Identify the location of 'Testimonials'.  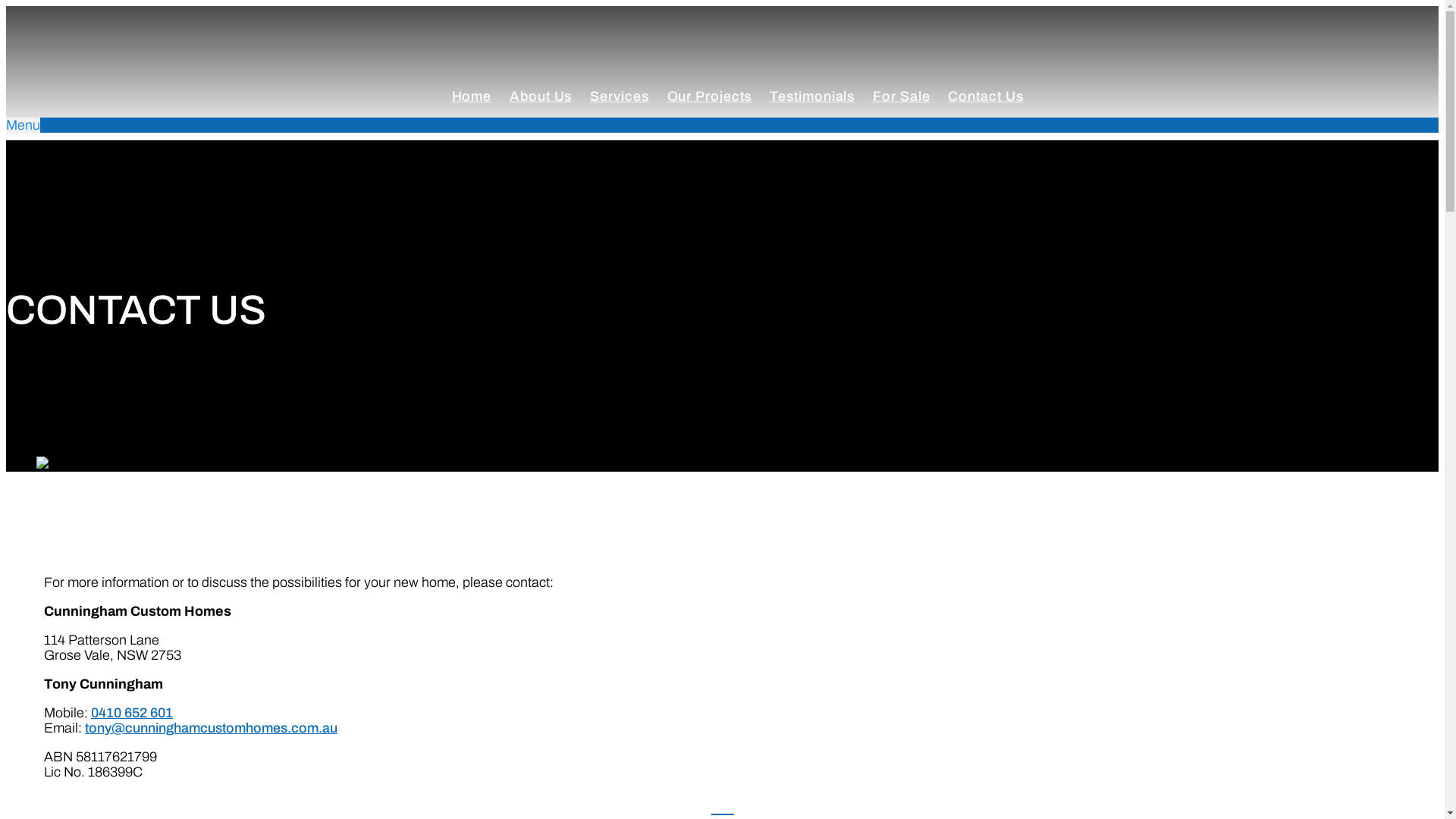
(811, 96).